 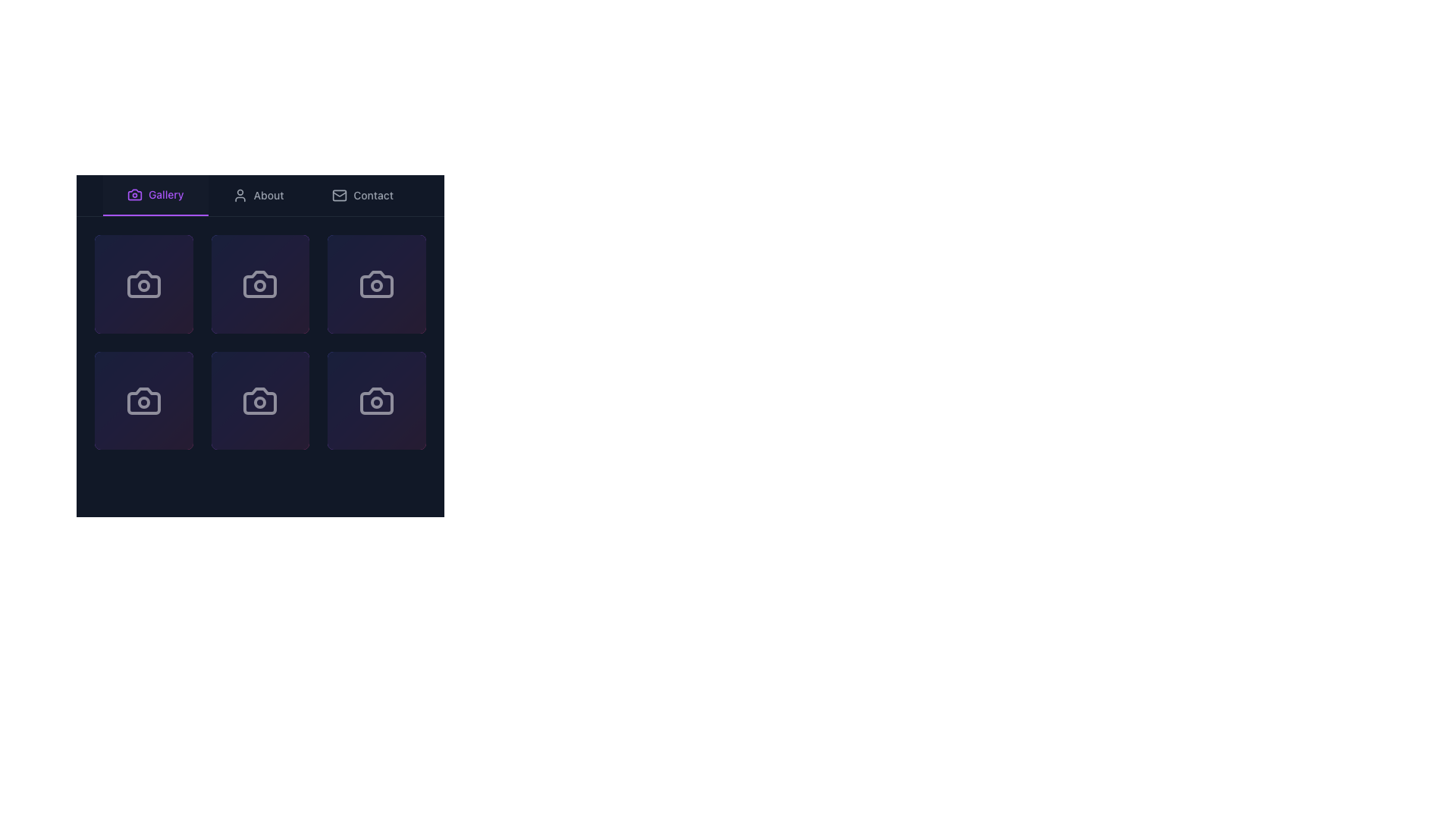 What do you see at coordinates (377, 400) in the screenshot?
I see `the square tile featuring a white camera icon with a circular lens, located at the bottom-right corner of the second row in the grid` at bounding box center [377, 400].